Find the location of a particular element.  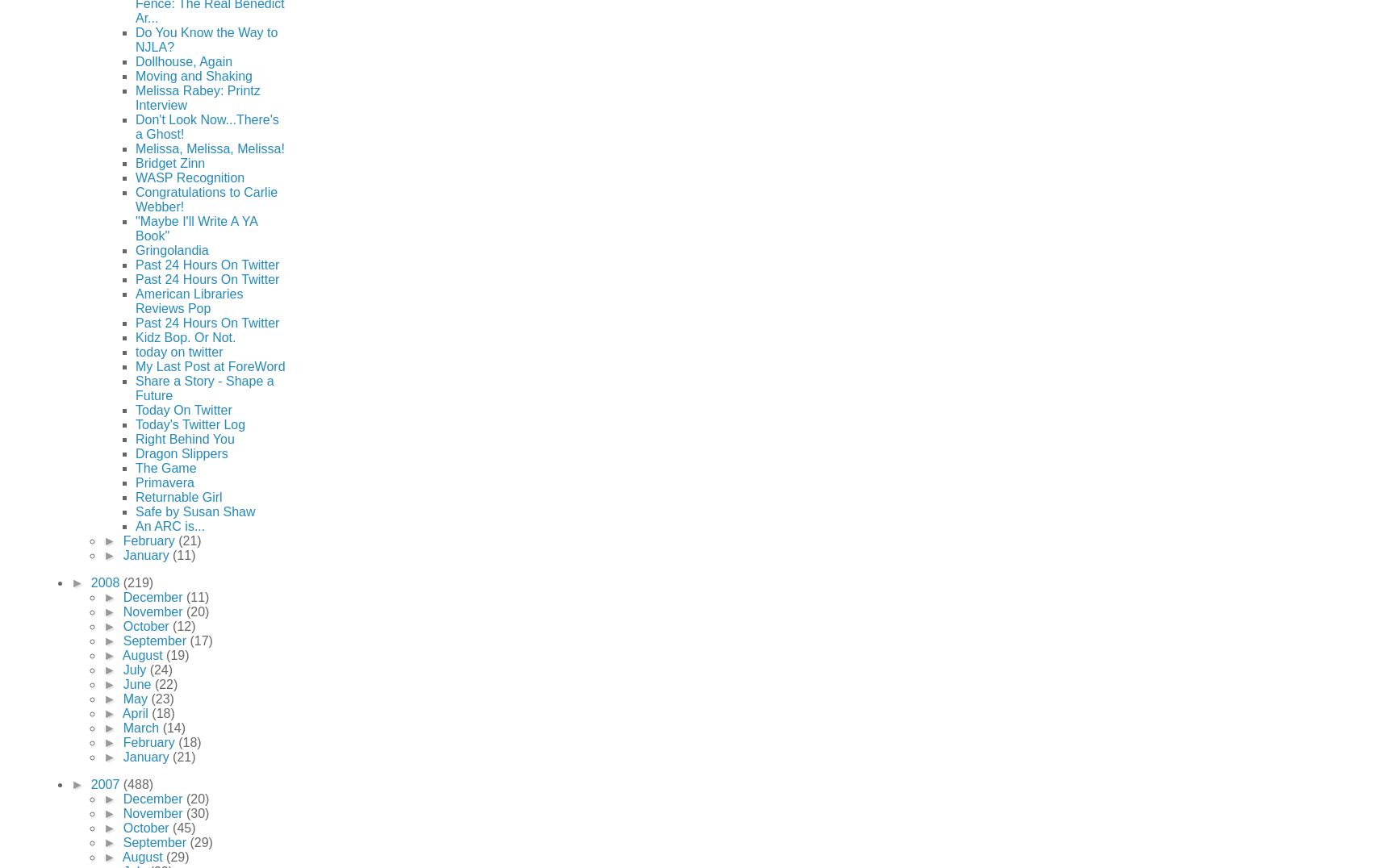

'The Game' is located at coordinates (134, 466).